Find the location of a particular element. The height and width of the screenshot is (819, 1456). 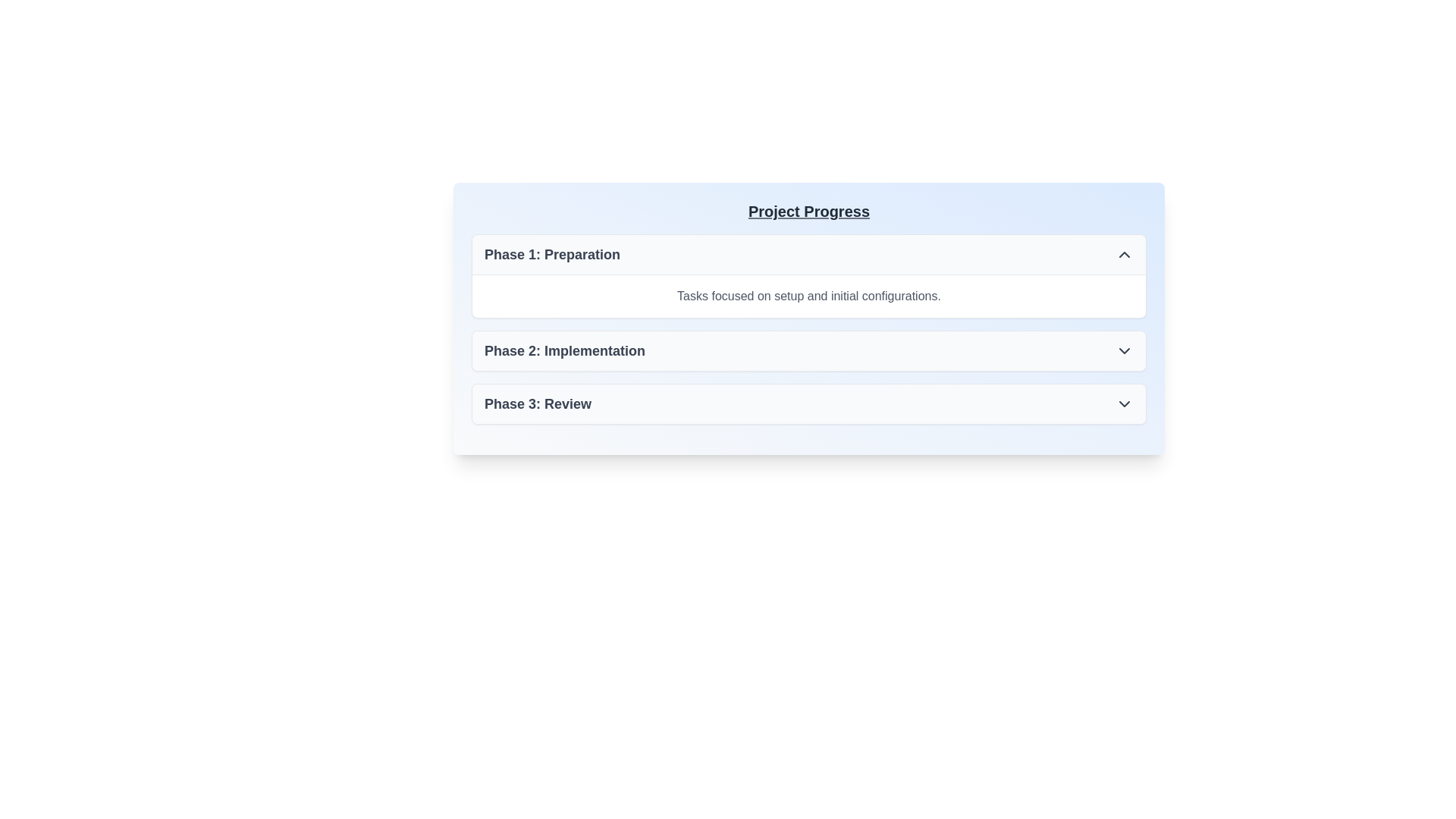

the downward-pointing chevron icon located at the far right edge of the 'Phase 3: Review' section is located at coordinates (1125, 403).